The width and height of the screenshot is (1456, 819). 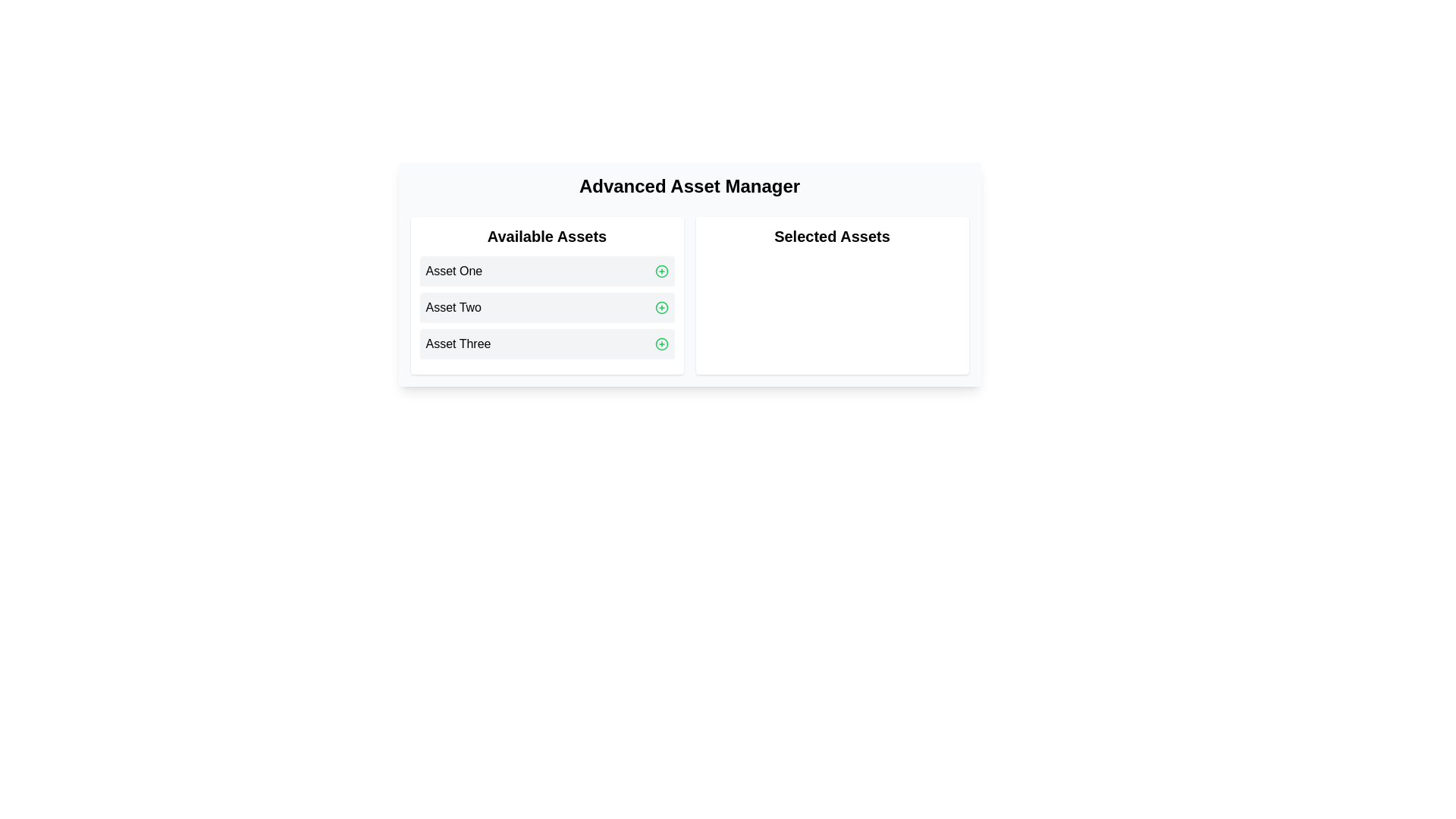 I want to click on primary SVG Circle associated with the 'Asset Two' entry located in the 'Available Assets' section, so click(x=661, y=307).